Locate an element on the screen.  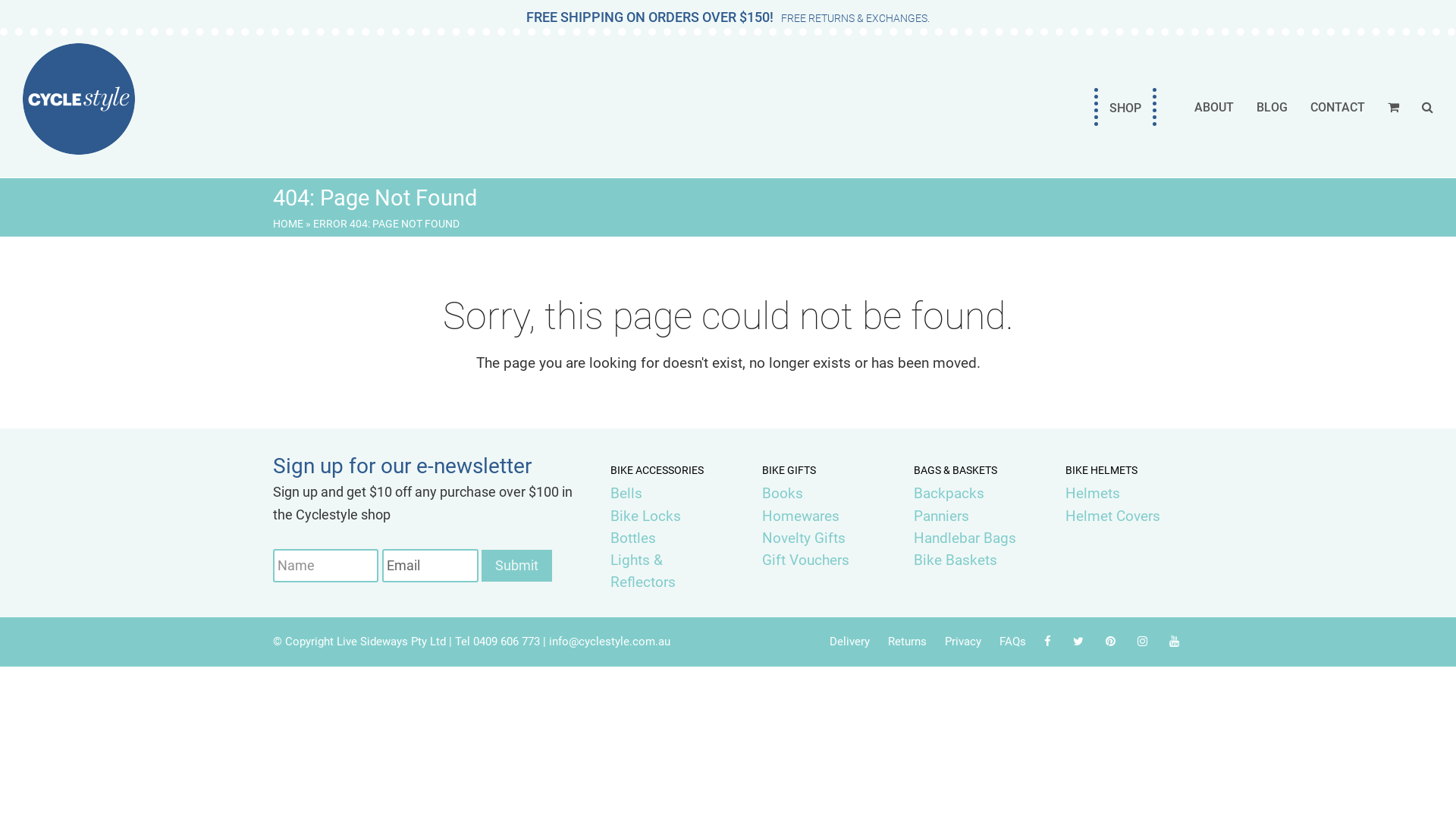
'Novelty Gifts' is located at coordinates (803, 537).